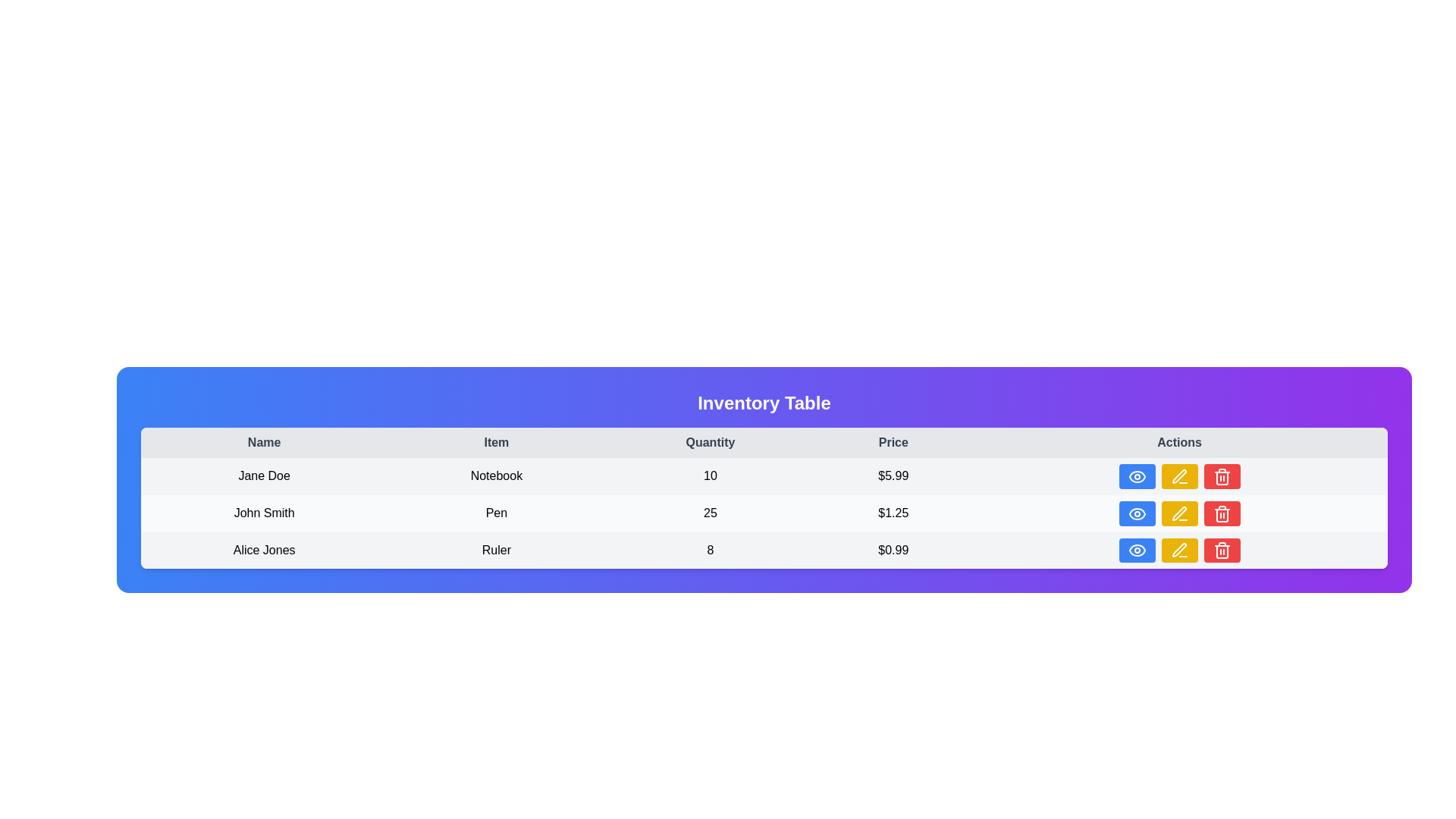  Describe the element at coordinates (1137, 513) in the screenshot. I see `the outer boundary of the eye icon, which is part of an SVG graphic in the 'Actions' column for 'John Smith'` at that location.